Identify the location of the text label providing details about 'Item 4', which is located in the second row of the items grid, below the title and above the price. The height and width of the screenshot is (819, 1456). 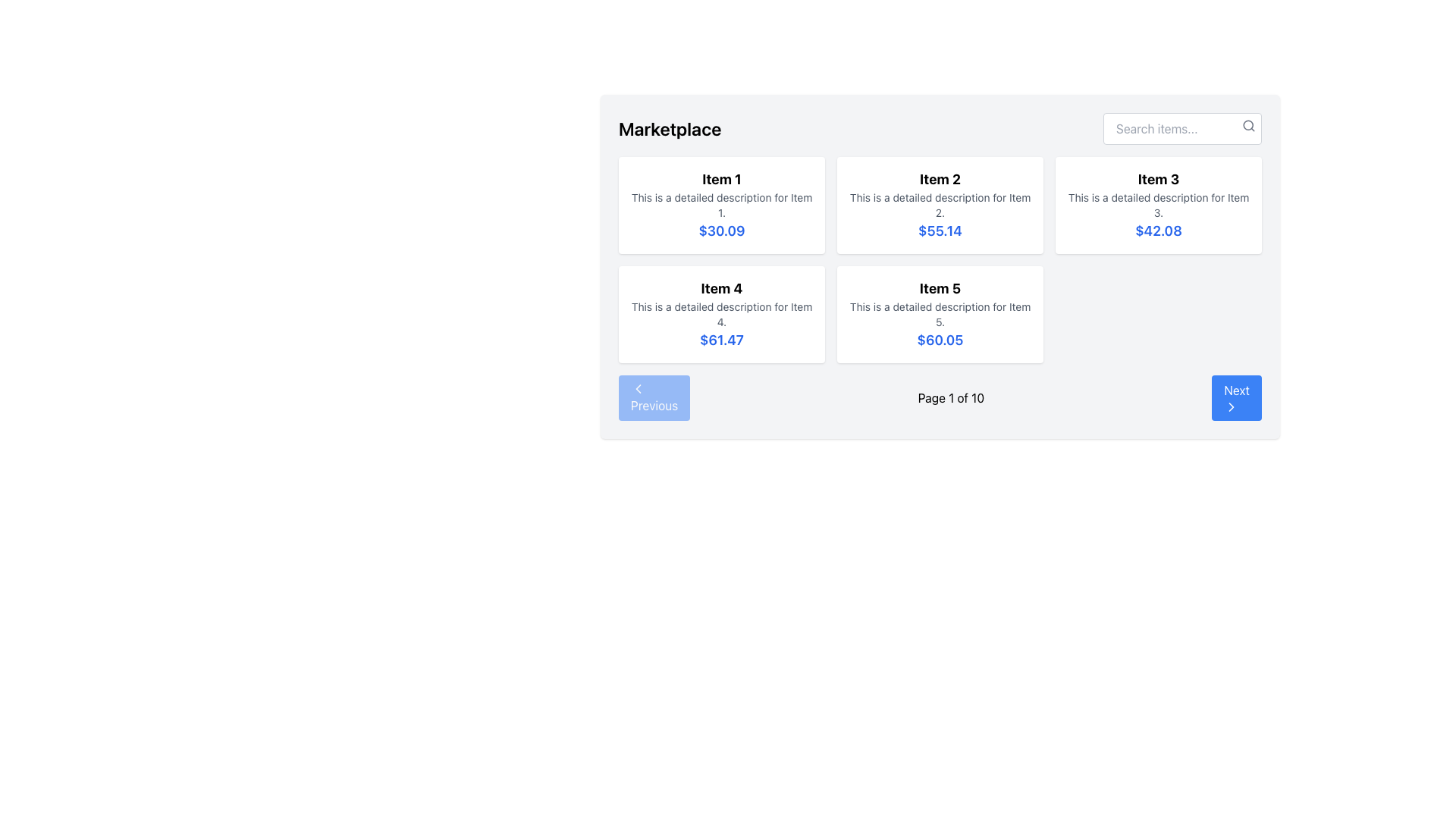
(720, 314).